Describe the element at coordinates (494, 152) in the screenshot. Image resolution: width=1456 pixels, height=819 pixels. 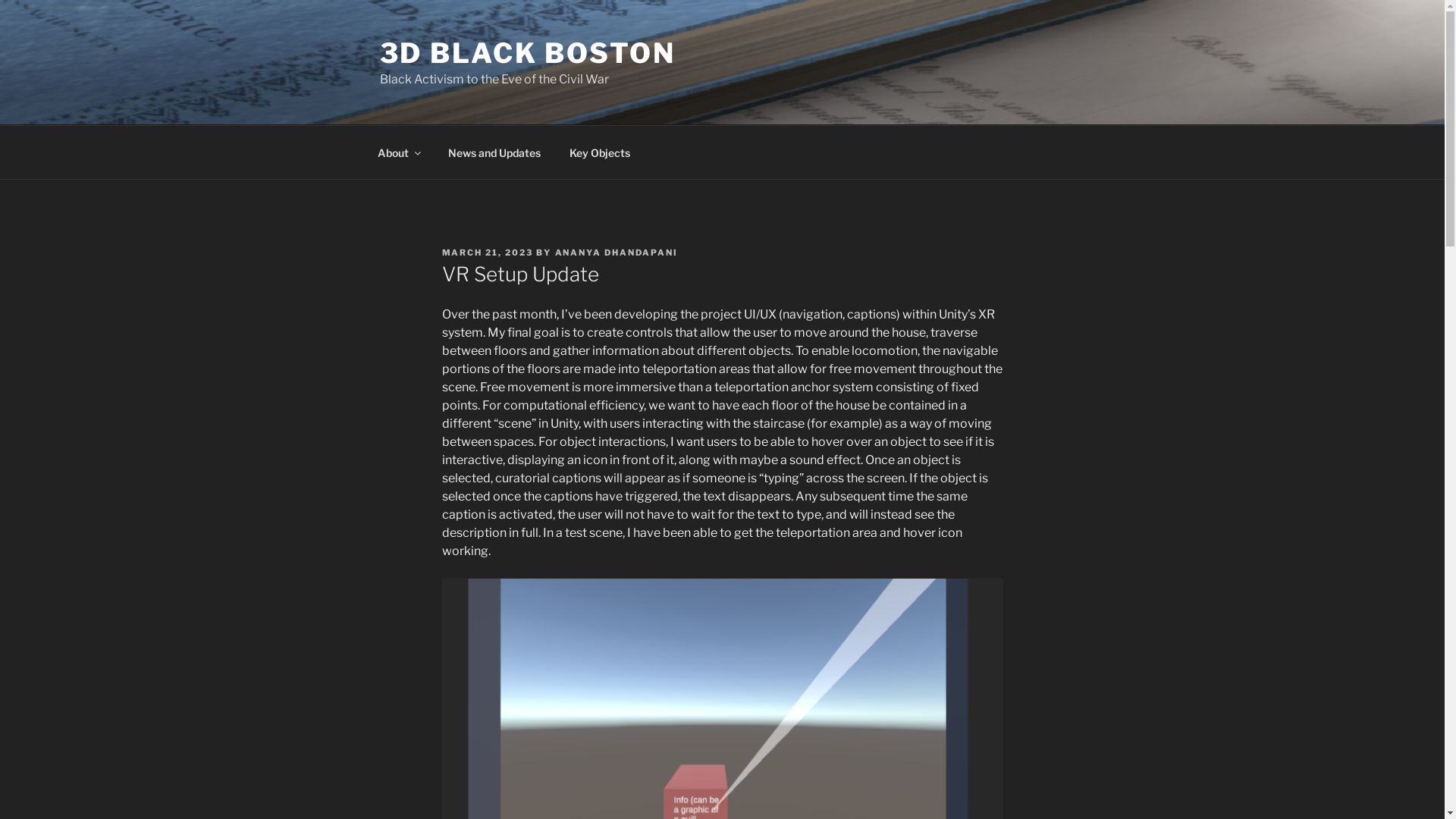
I see `'News and Updates'` at that location.